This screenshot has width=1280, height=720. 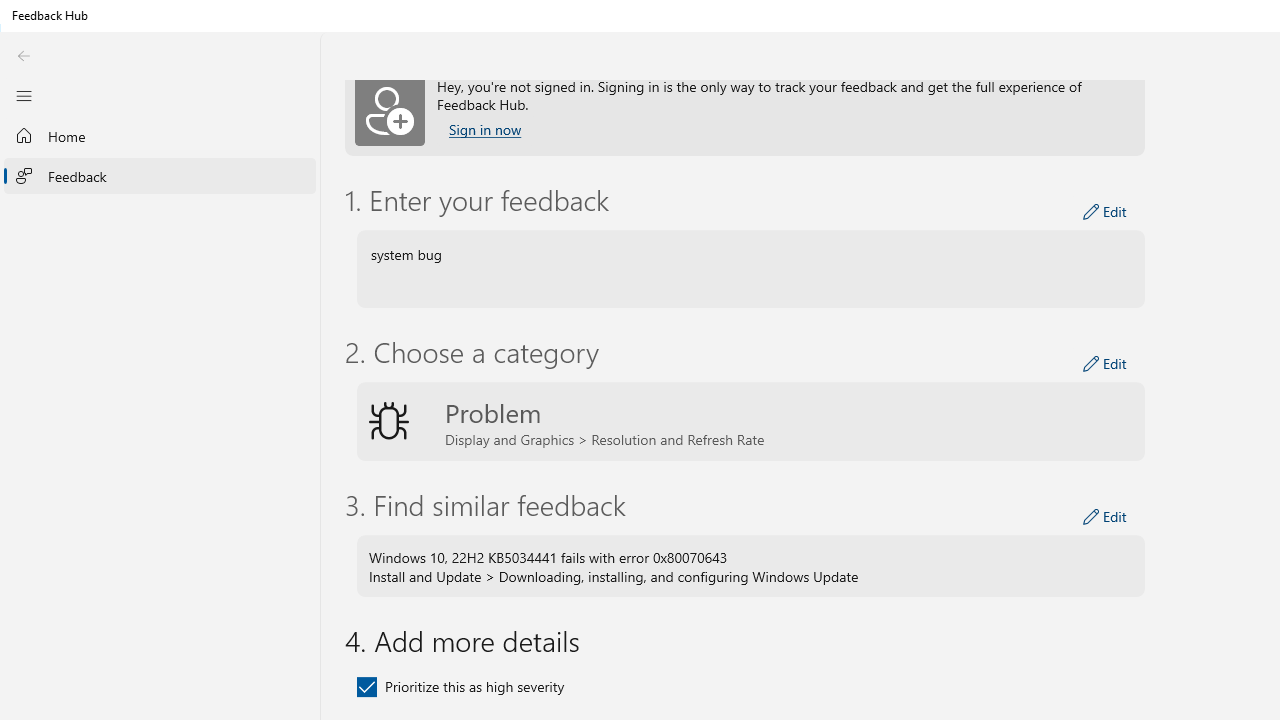 I want to click on 'Back', so click(x=23, y=55).